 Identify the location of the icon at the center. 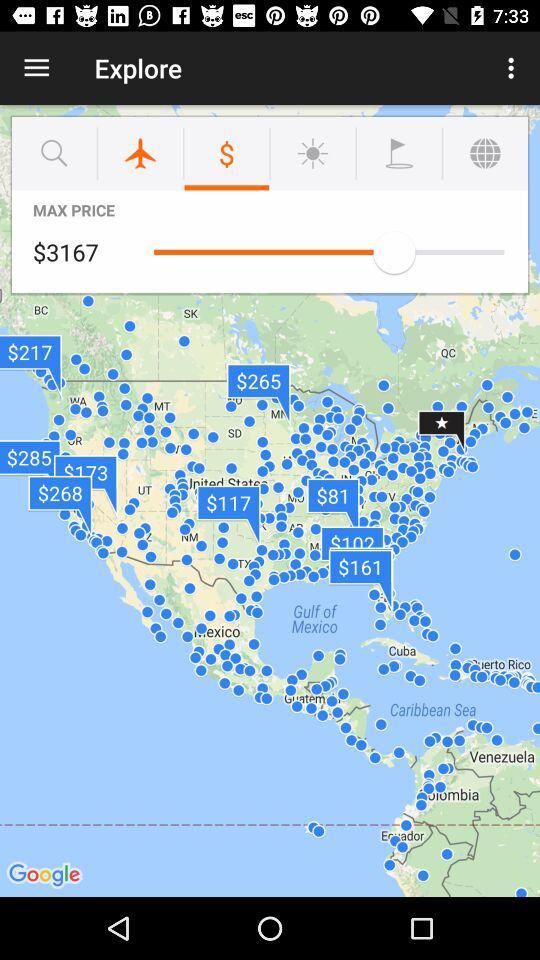
(270, 500).